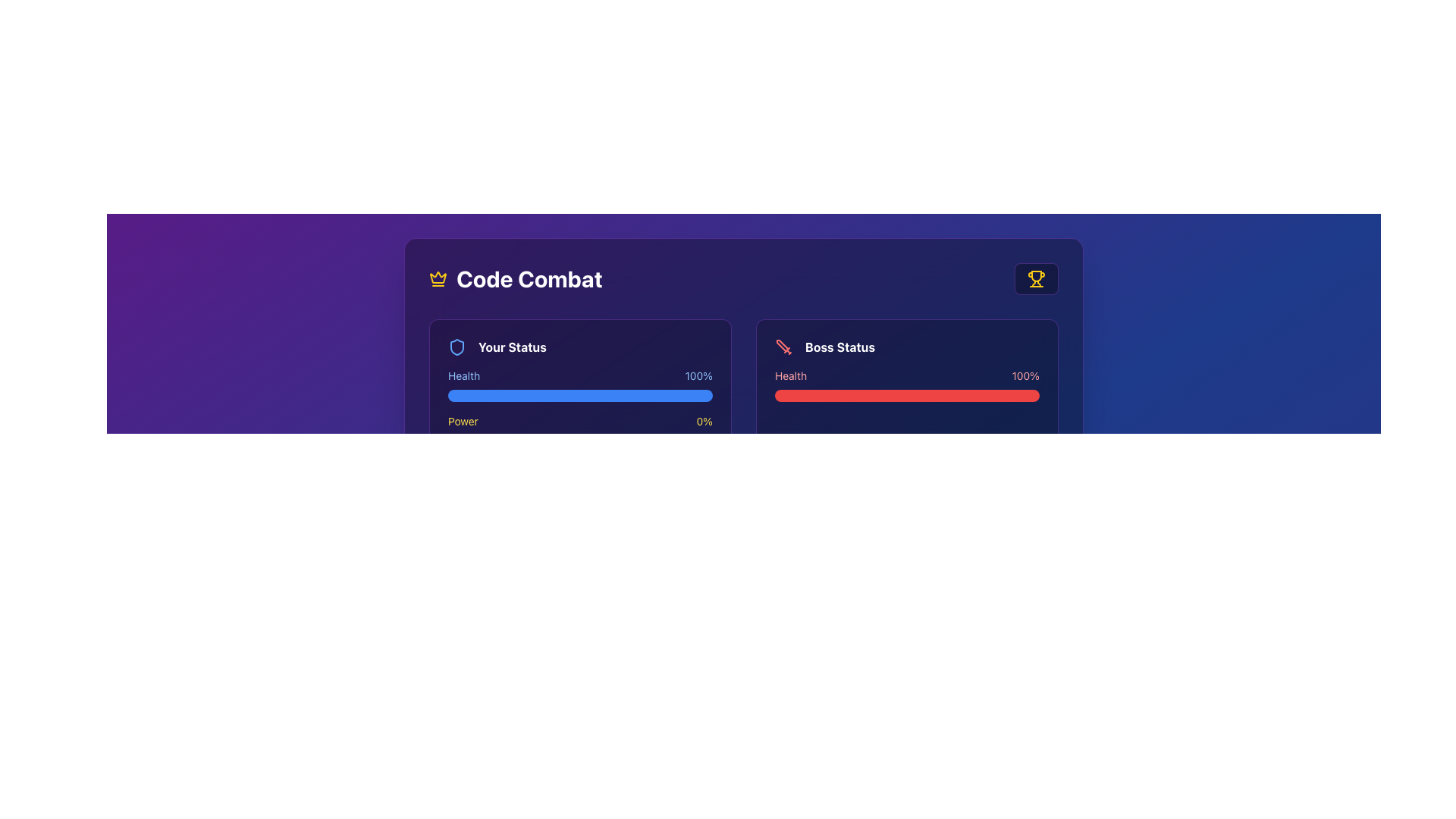  What do you see at coordinates (579, 441) in the screenshot?
I see `the Progress bar that visually represents the player's power level, located below the 'Power 0%' label in the 'Your Status' panel of the 'Code Combat' interface` at bounding box center [579, 441].